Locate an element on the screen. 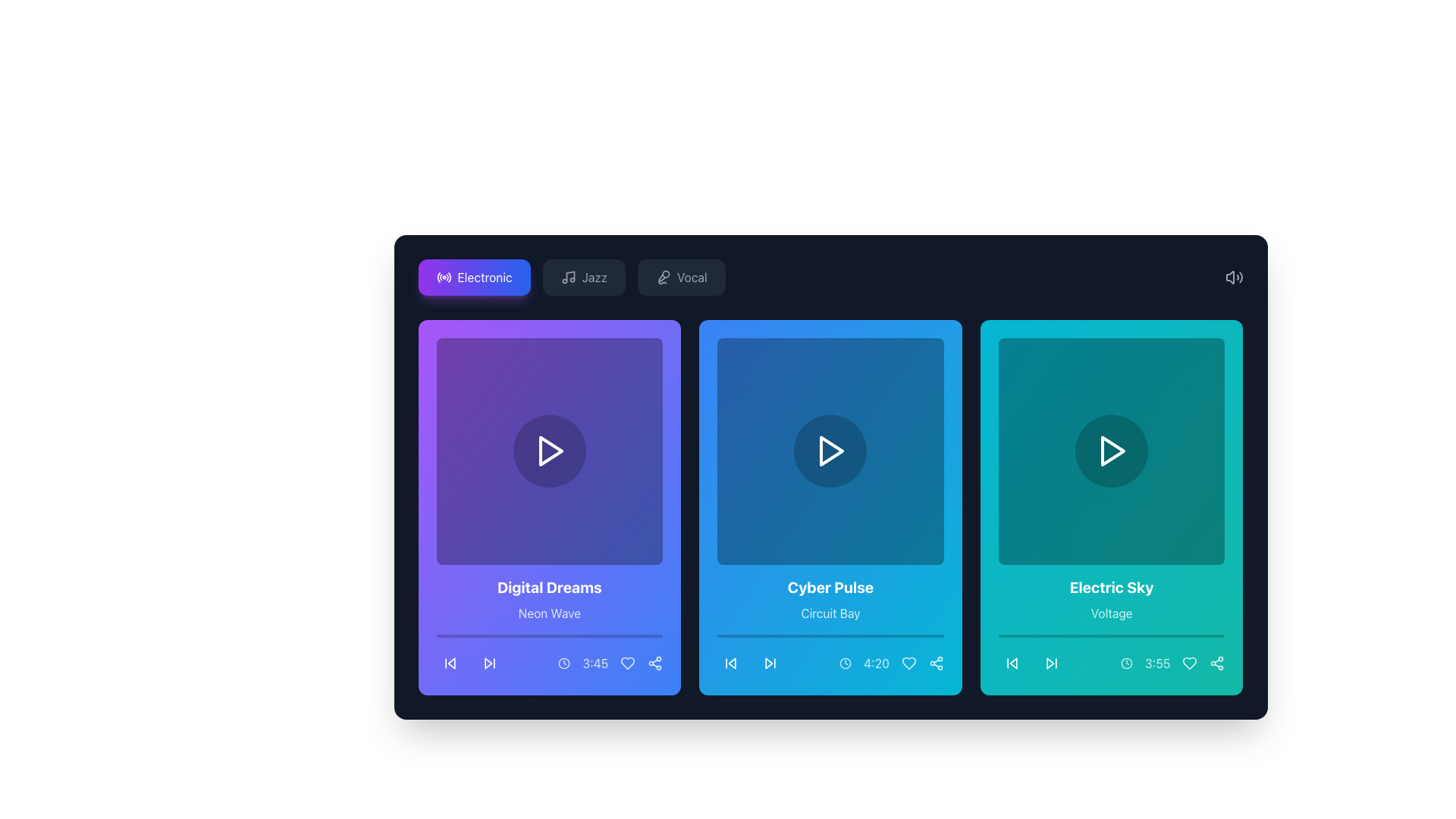  the music card titled 'Electric Sky' with a circular play button is located at coordinates (1112, 507).